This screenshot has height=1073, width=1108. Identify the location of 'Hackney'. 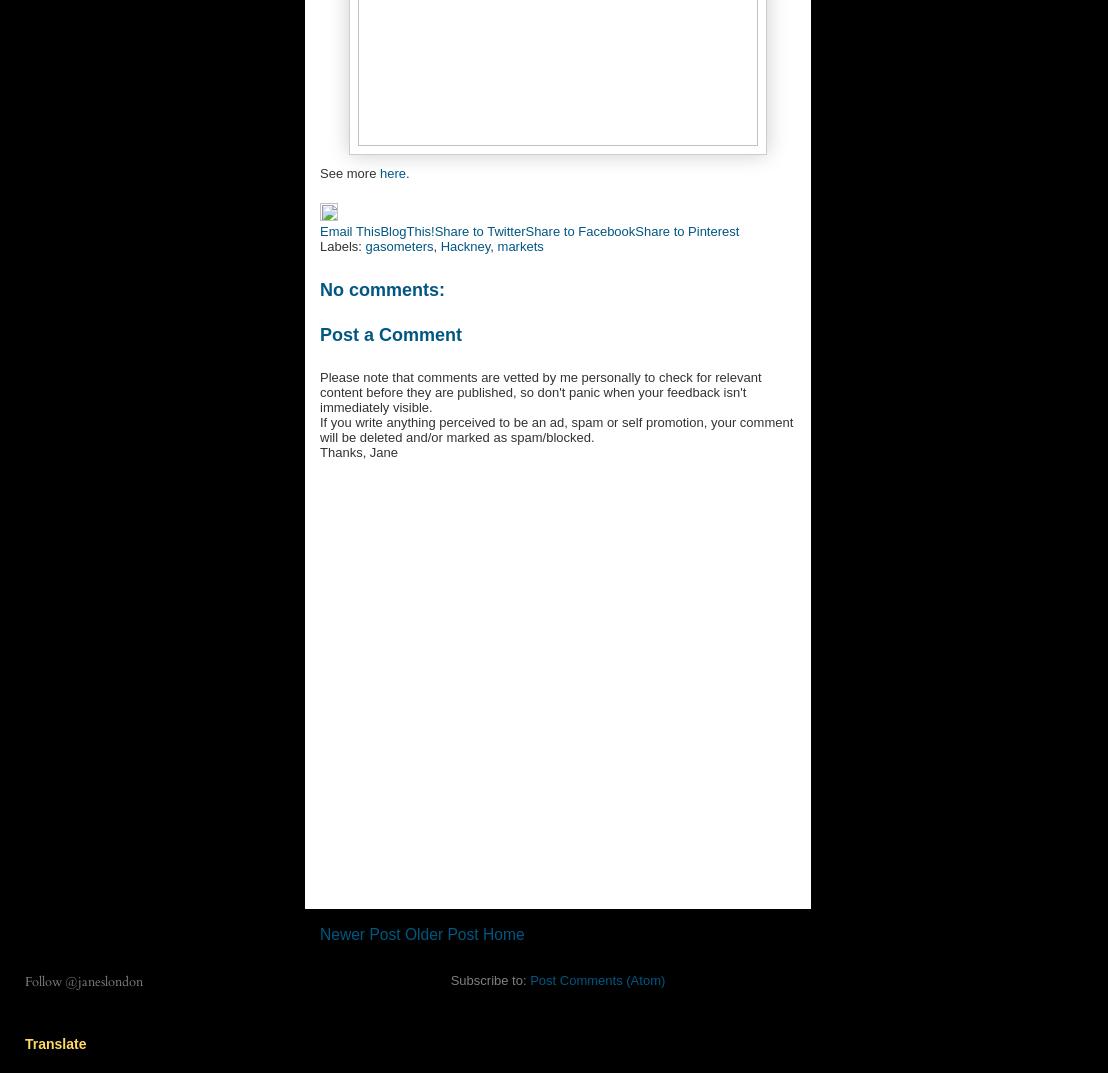
(465, 244).